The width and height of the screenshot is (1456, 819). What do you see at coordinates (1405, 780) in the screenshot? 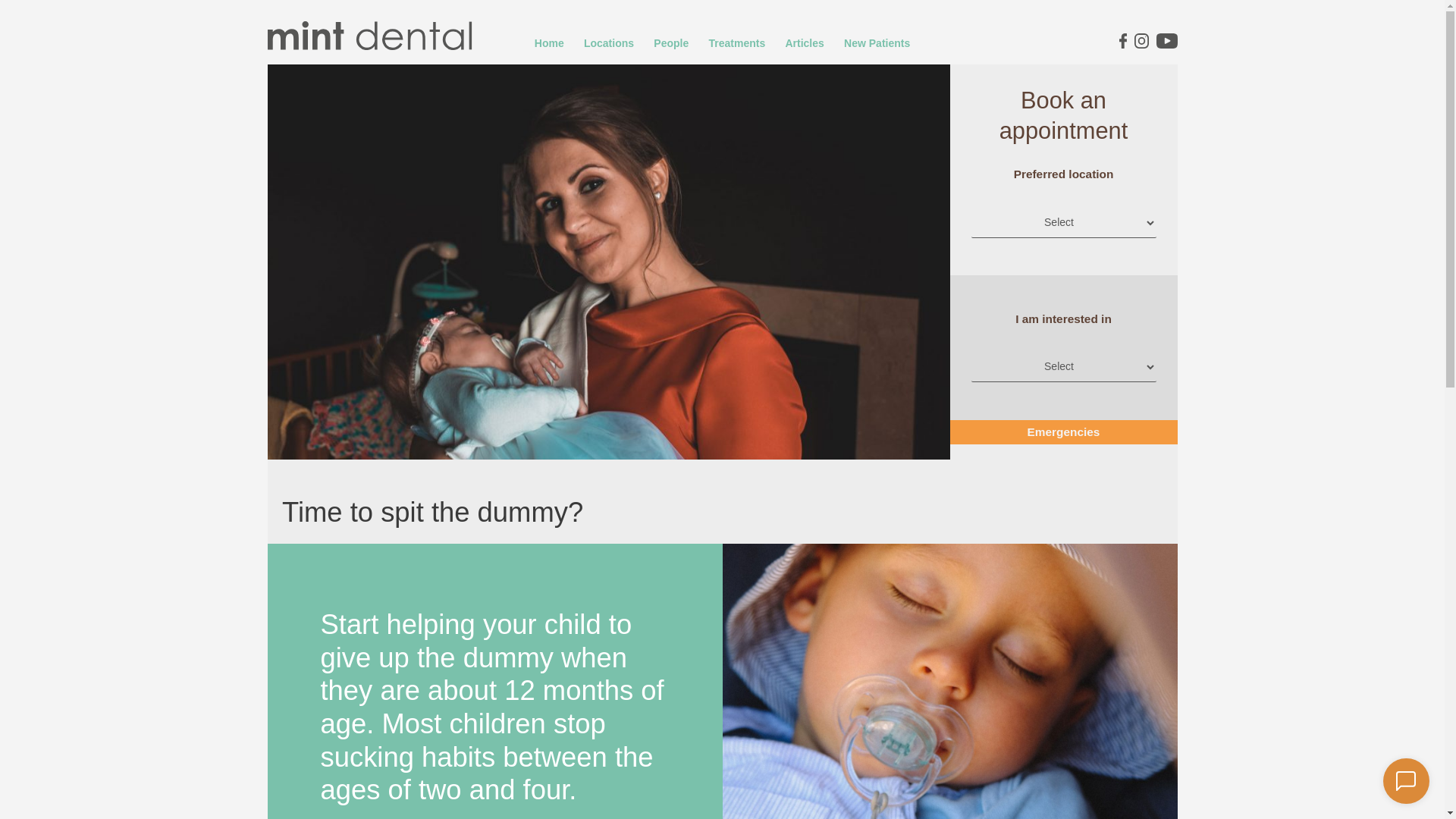
I see `'indemandly'` at bounding box center [1405, 780].